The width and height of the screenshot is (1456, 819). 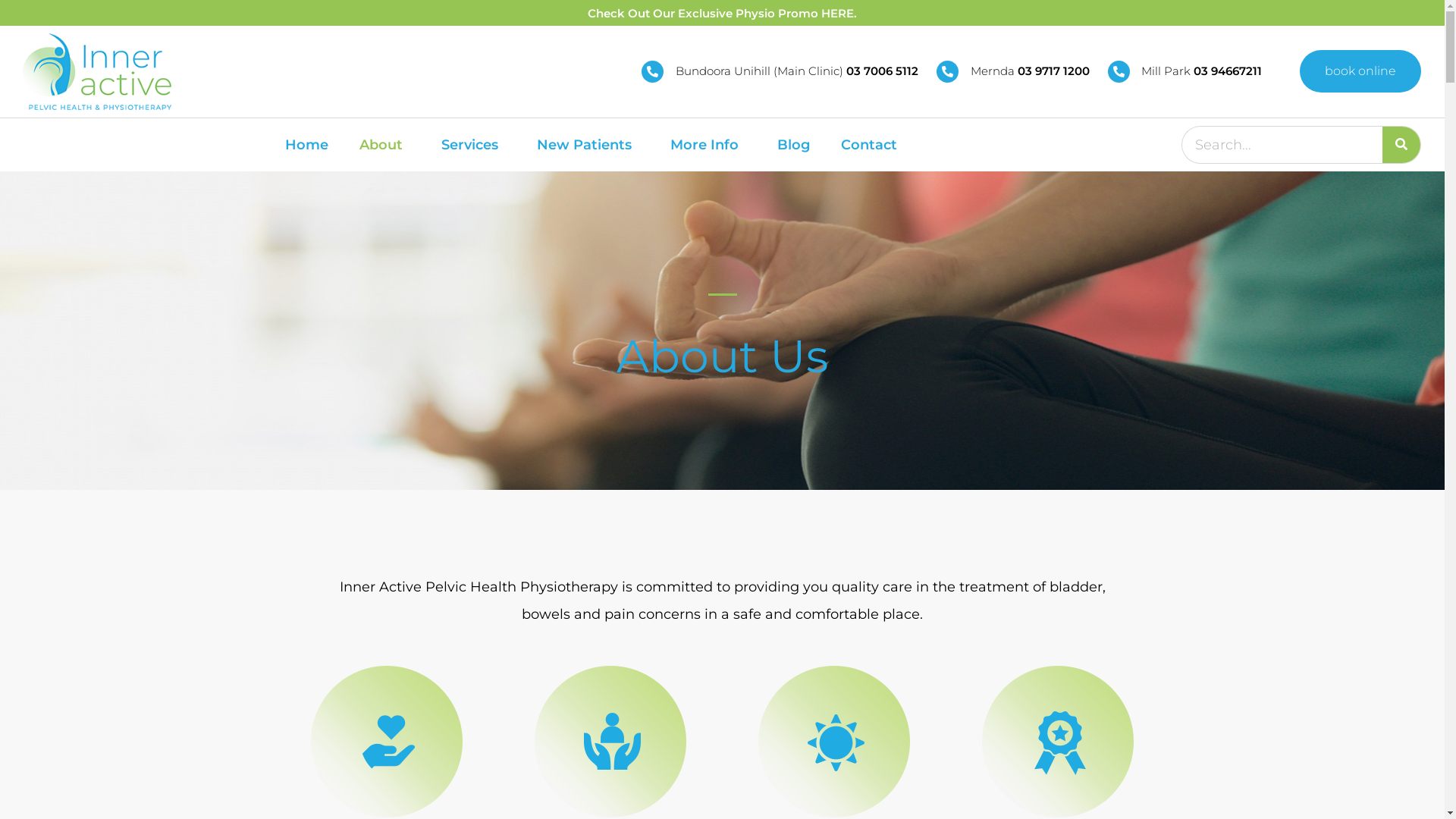 I want to click on 'Home', so click(x=273, y=145).